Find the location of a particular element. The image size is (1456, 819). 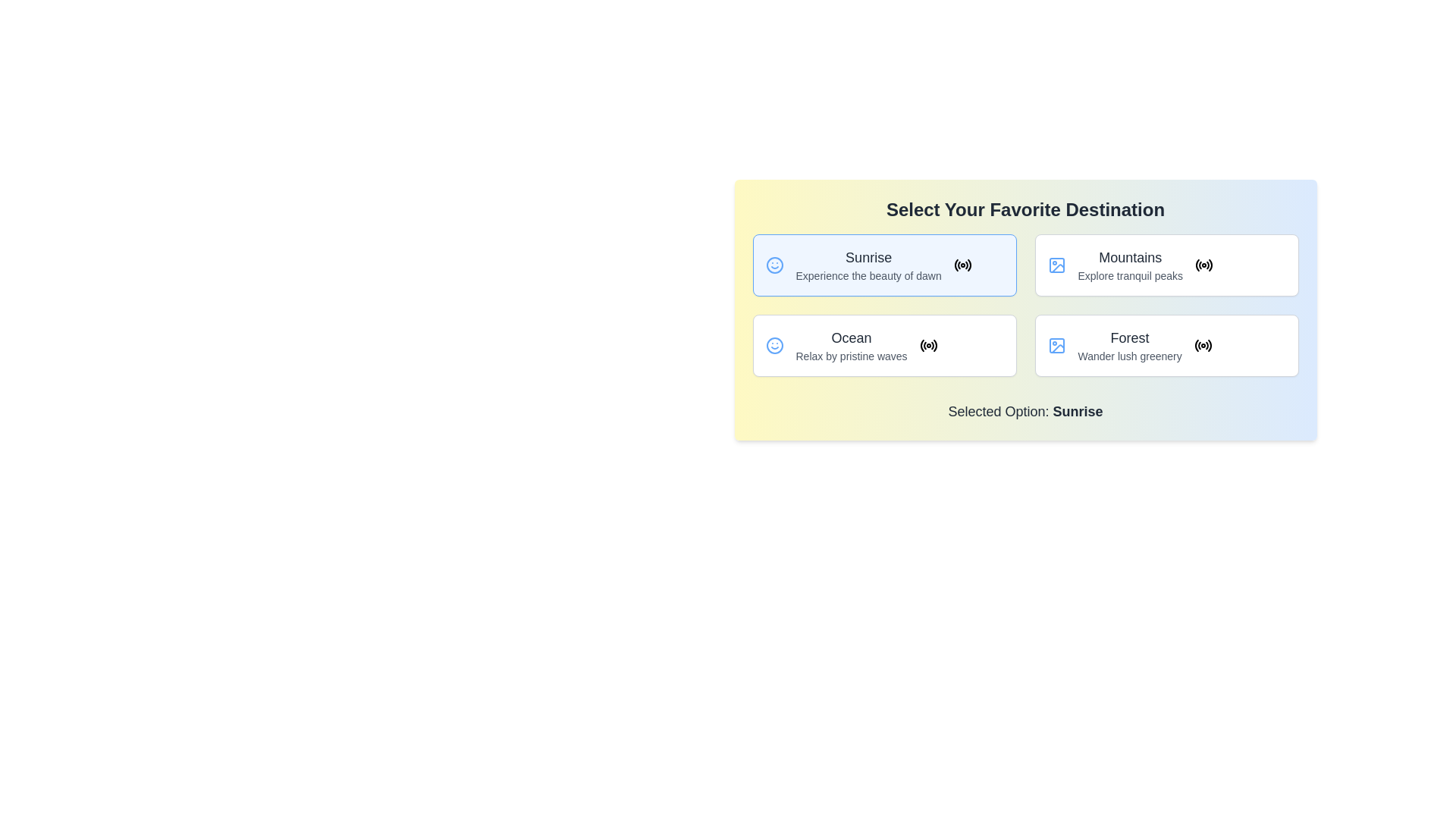

the 'Forest' title element, which is a bold and larger dark gray text label in the bottom-right quadrant of the grid, to make a selection is located at coordinates (1129, 337).